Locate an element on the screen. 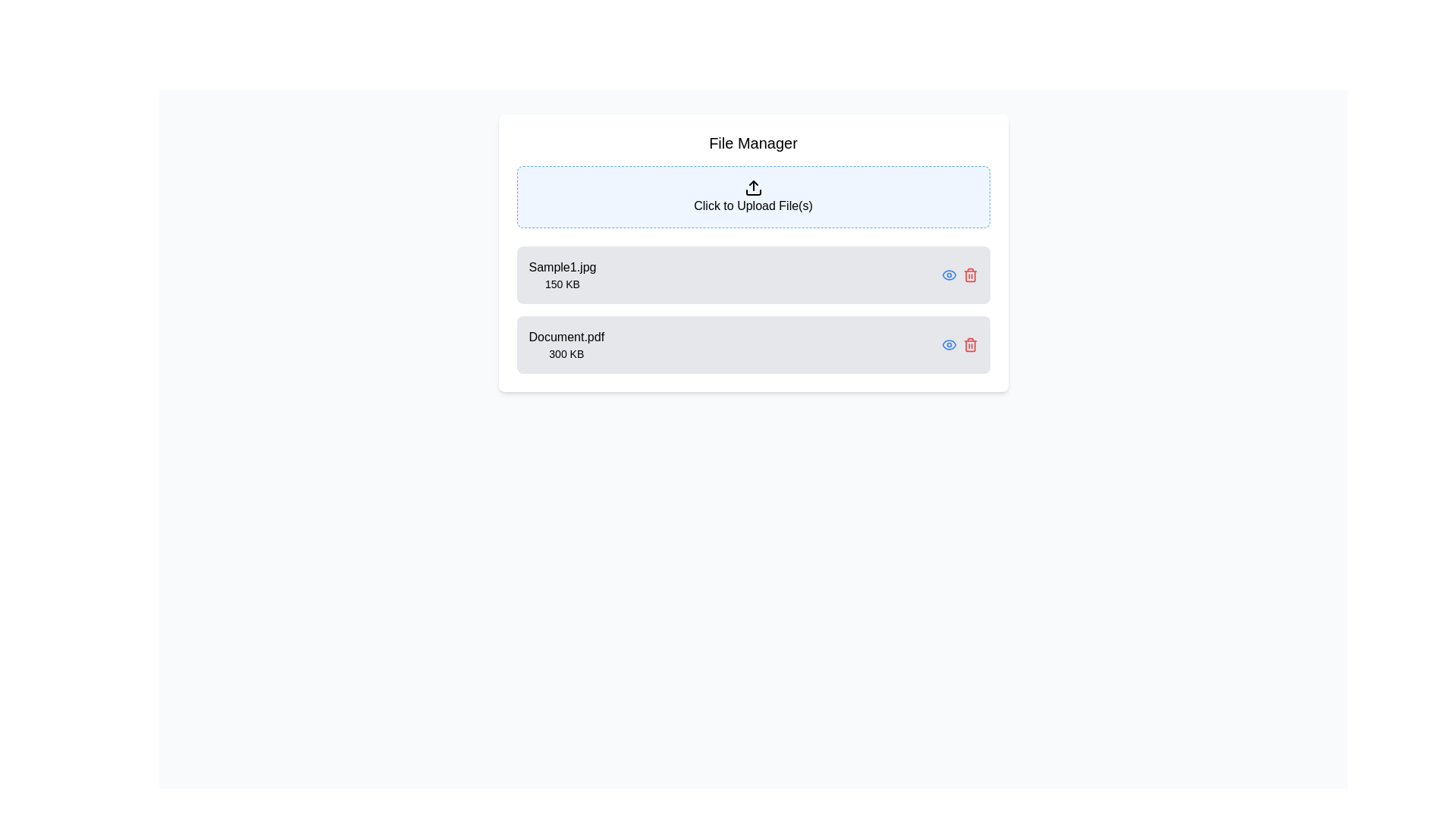 This screenshot has height=819, width=1456. the trash can icon located in the bottom-right corner of a file entry row in the file manager interface is located at coordinates (969, 276).